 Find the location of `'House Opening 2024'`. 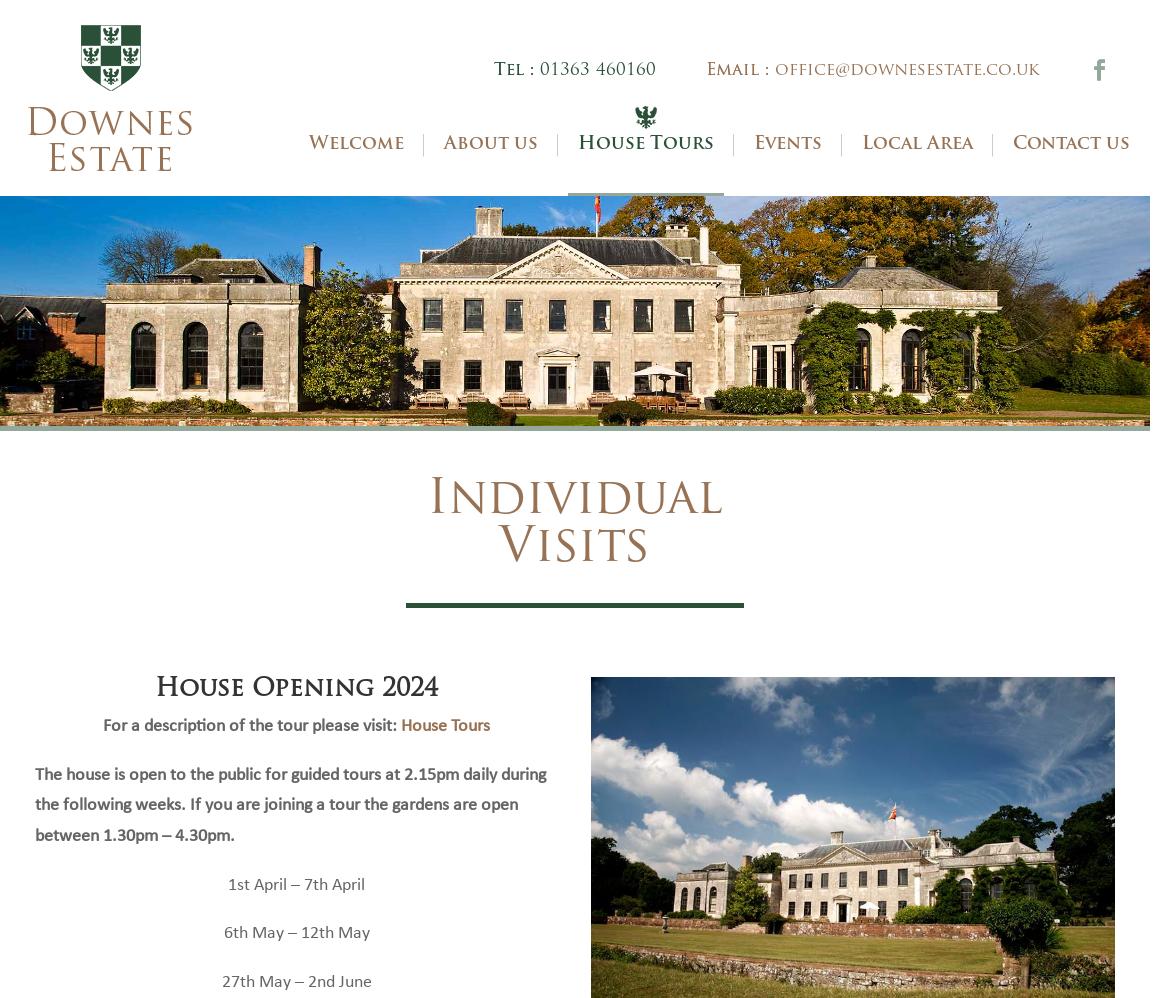

'House Opening 2024' is located at coordinates (295, 719).